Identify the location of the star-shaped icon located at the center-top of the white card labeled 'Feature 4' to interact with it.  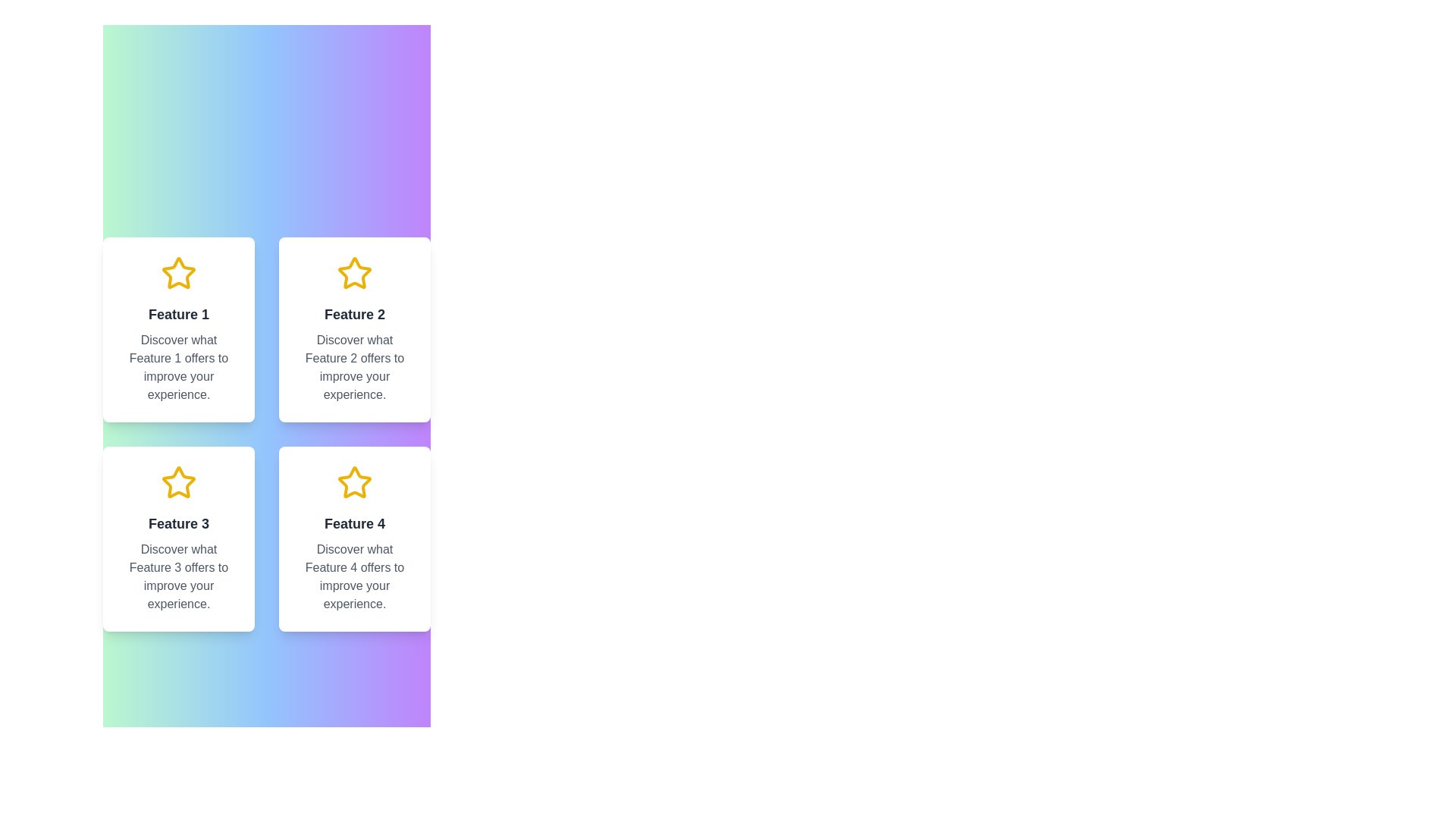
(353, 482).